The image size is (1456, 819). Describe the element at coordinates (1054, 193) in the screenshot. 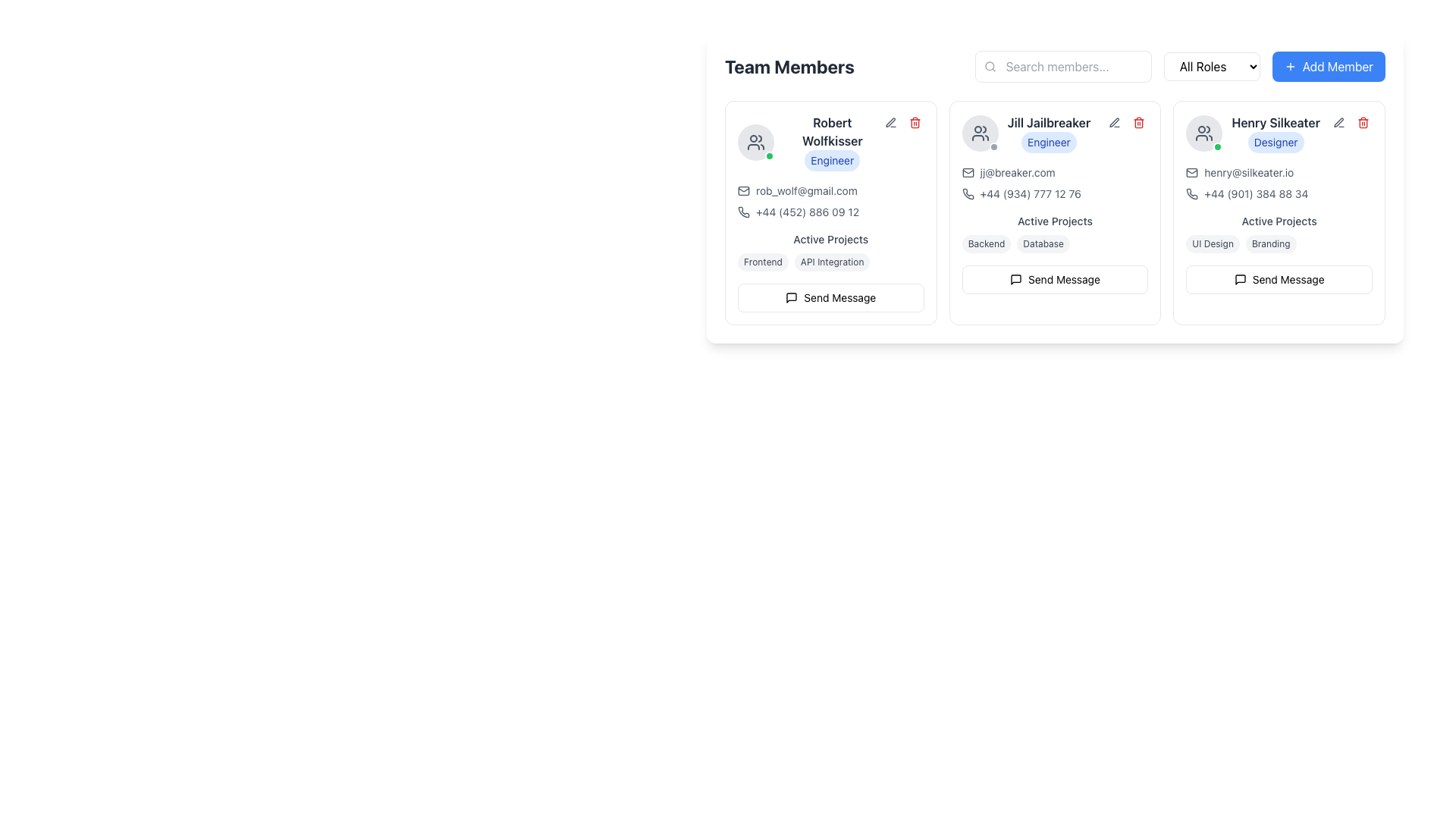

I see `the phone contact information element for 'Jill Jailbreaker', which is located in the lower section of the card, aligned to the left under the email address` at that location.